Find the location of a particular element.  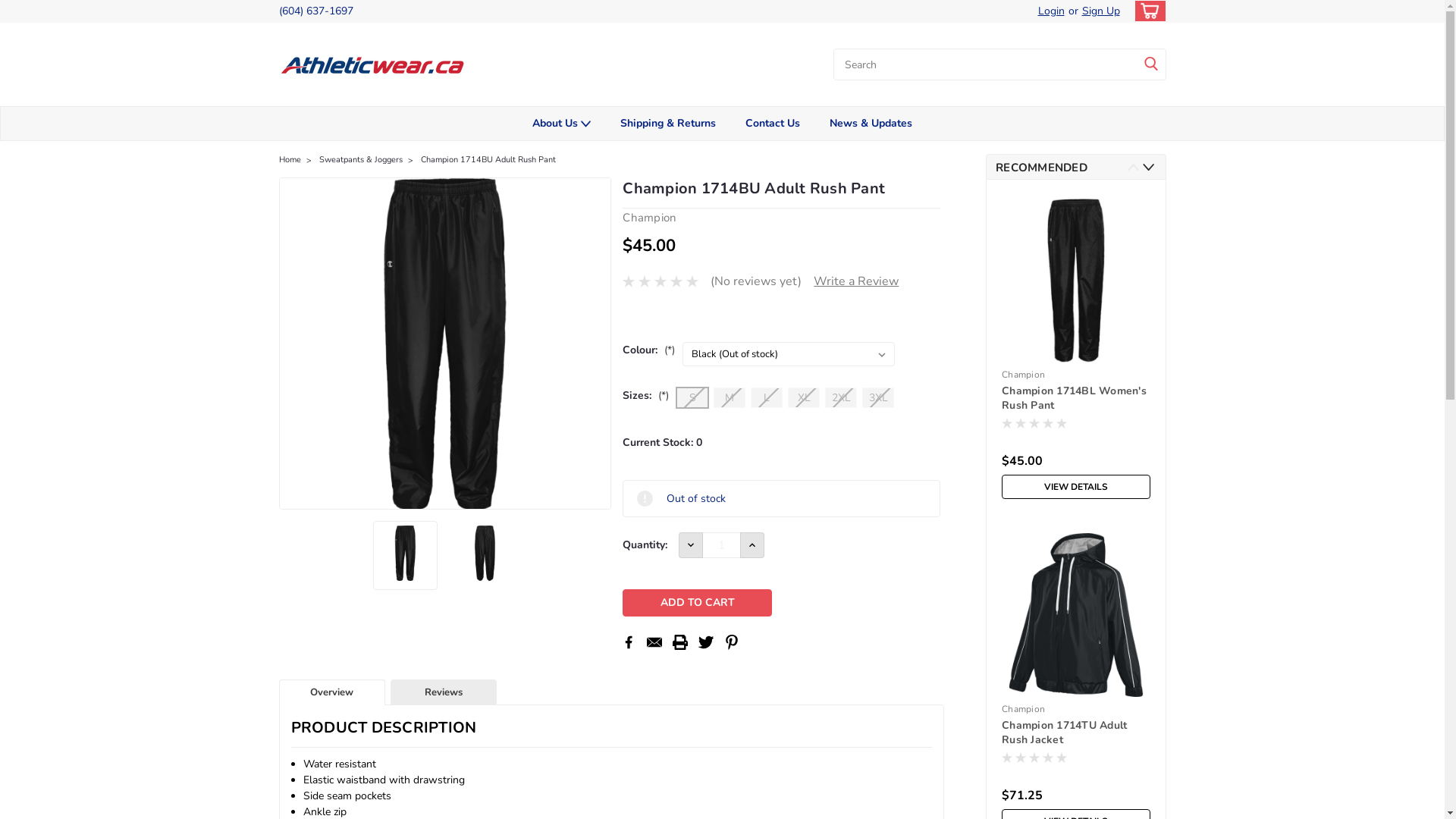

'Champion 1714BL Women's Rush Pant' is located at coordinates (1075, 397).